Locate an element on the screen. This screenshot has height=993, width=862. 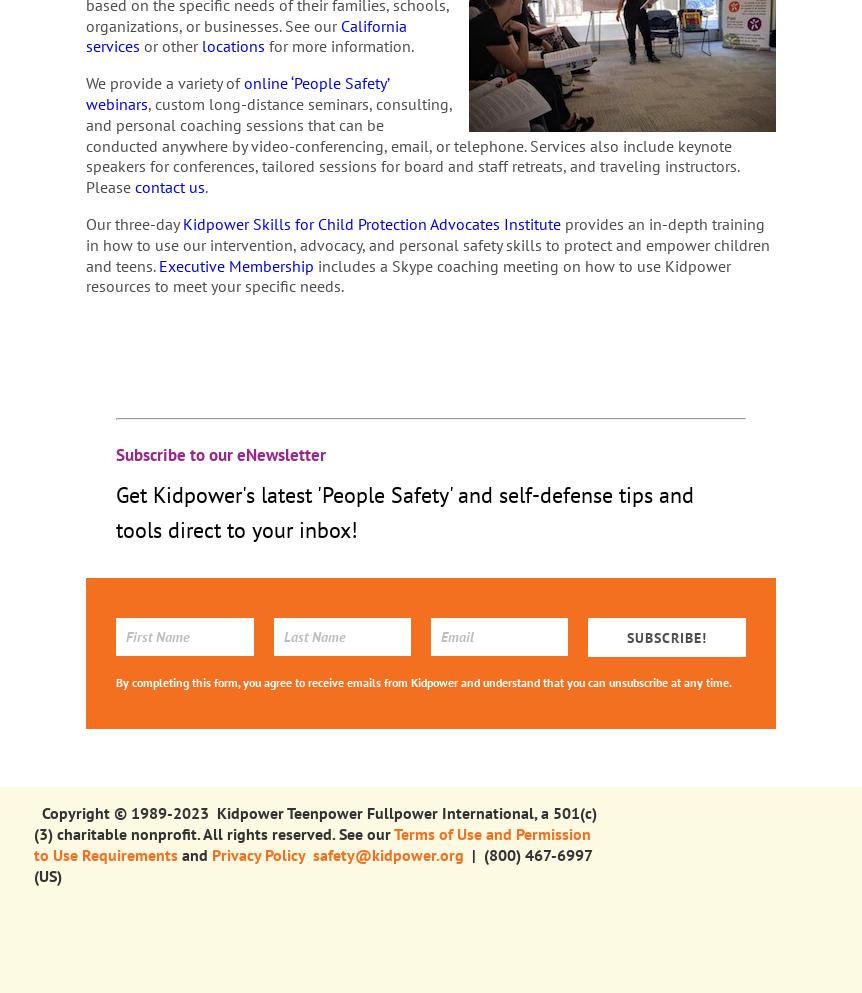
'SUBSCRIBE!' is located at coordinates (627, 636).